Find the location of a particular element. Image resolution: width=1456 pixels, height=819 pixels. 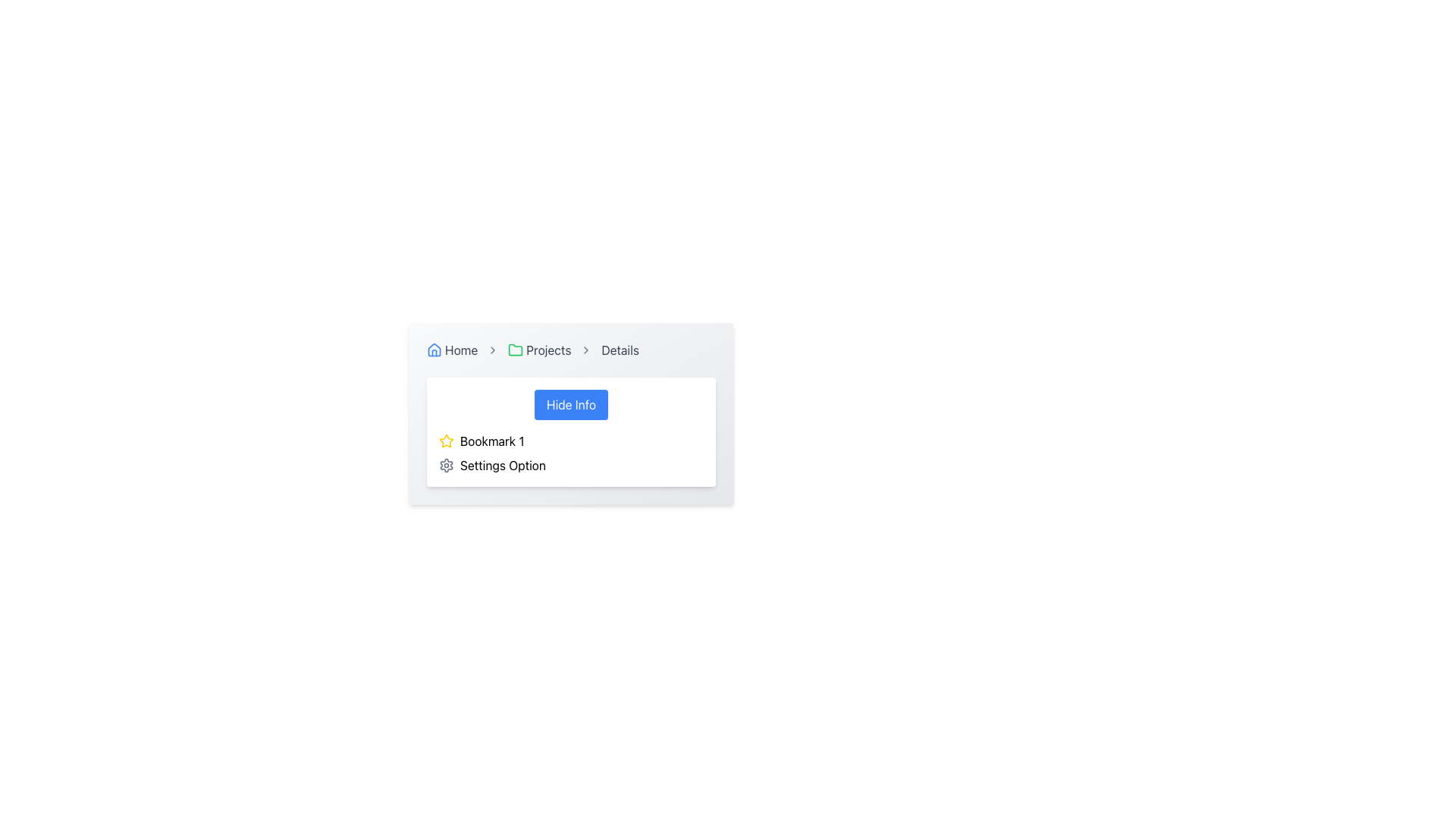

the gear icon located to the left of the 'Settings Option' text is located at coordinates (446, 464).